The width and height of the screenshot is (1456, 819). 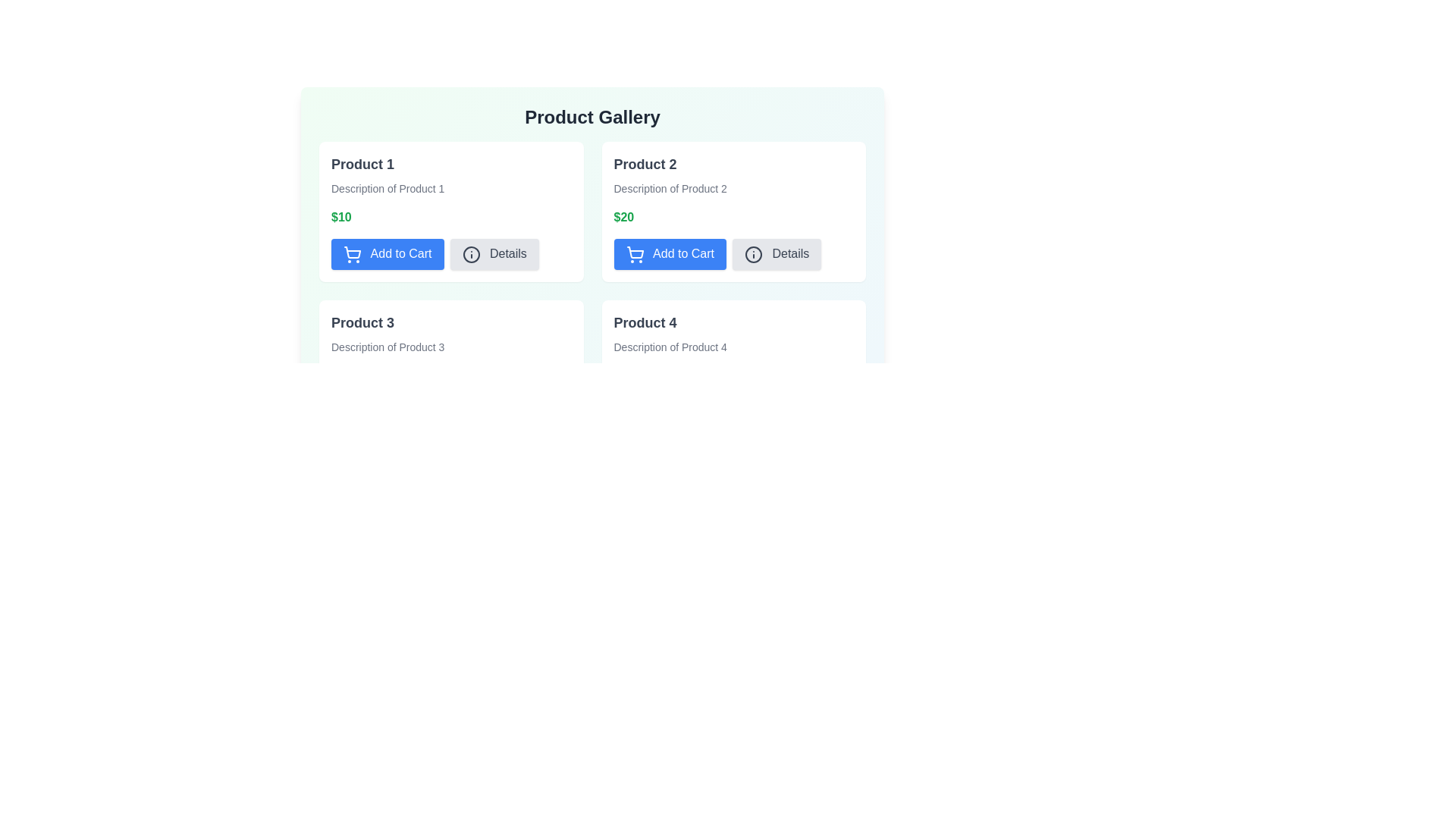 What do you see at coordinates (388, 188) in the screenshot?
I see `the text label displaying 'Description of Product 1', which is styled with a smaller font size and light gray color, located below the 'Product 1' title and above the price '$10'` at bounding box center [388, 188].